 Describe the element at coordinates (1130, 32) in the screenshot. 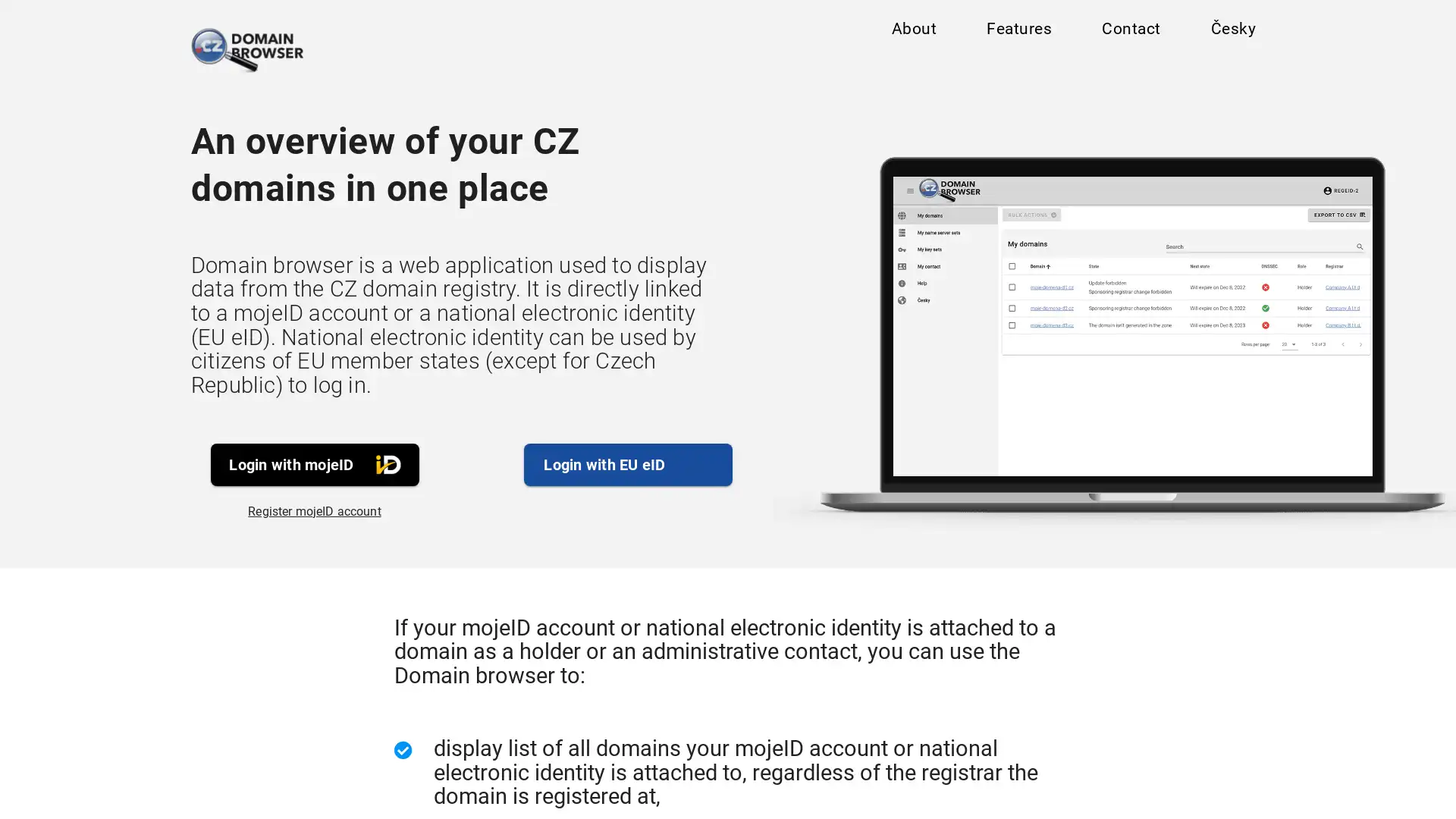

I see `Contact` at that location.